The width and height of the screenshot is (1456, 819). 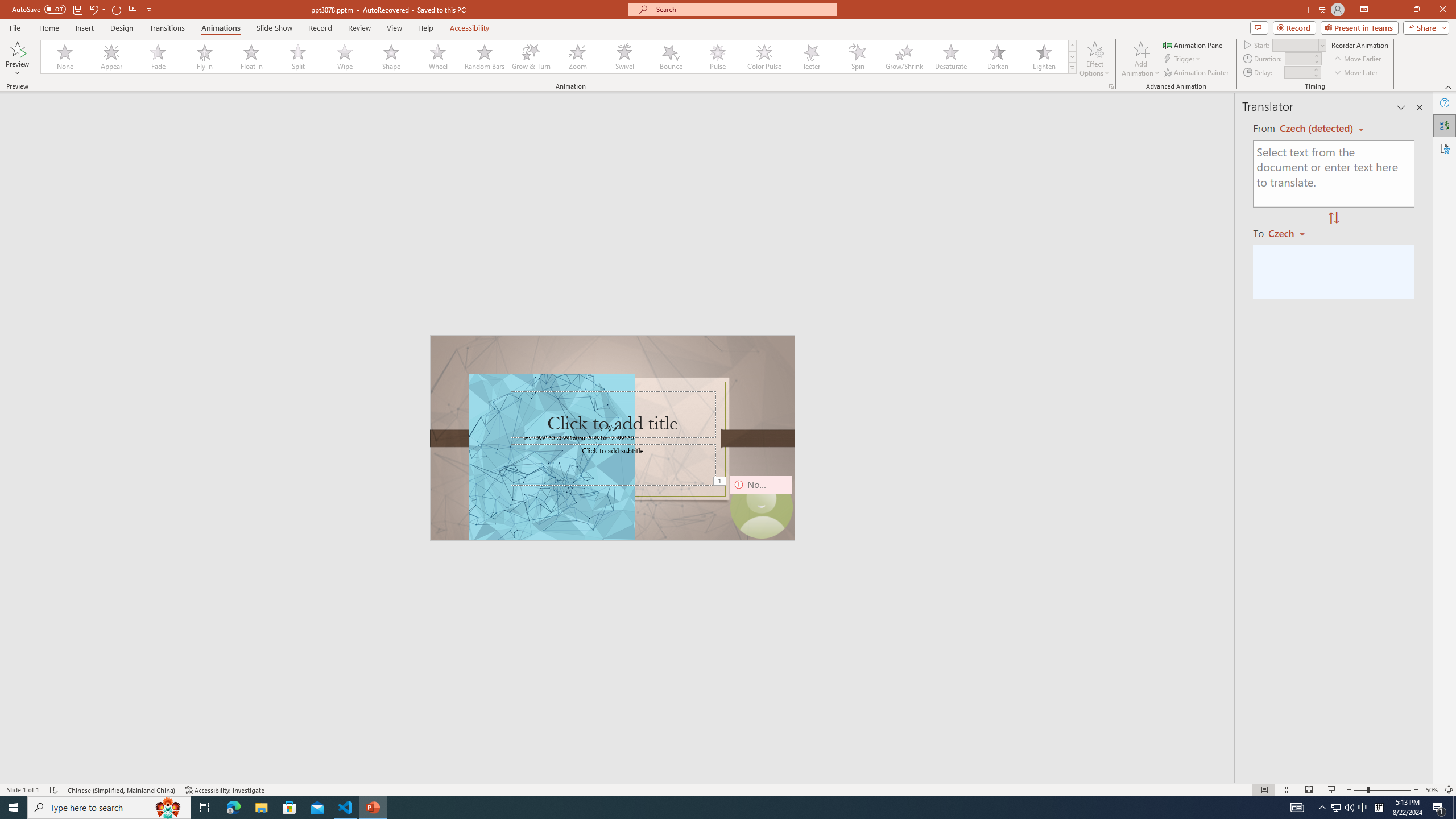 What do you see at coordinates (297, 56) in the screenshot?
I see `'Split'` at bounding box center [297, 56].